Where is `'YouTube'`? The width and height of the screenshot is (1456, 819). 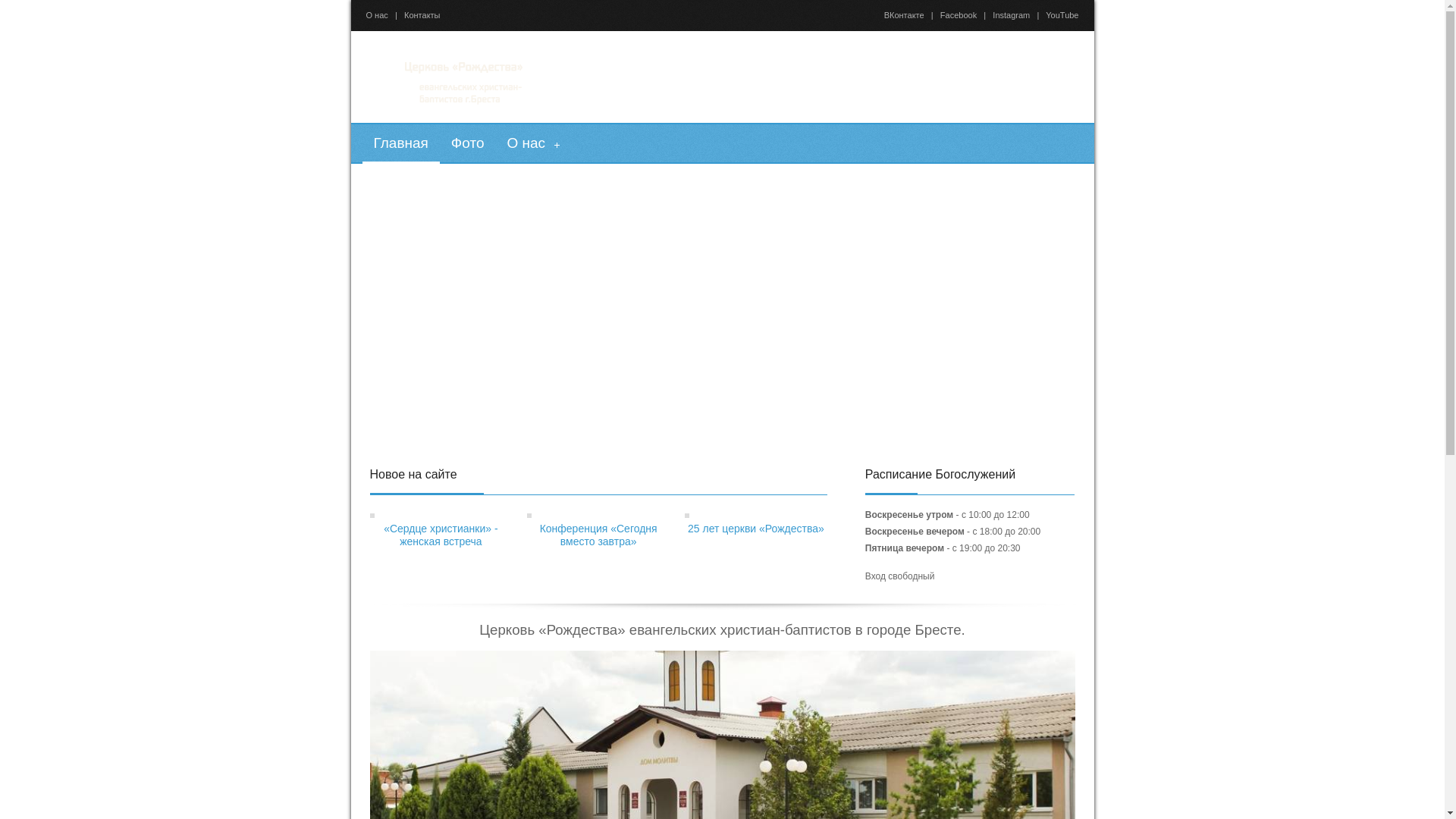 'YouTube' is located at coordinates (1061, 14).